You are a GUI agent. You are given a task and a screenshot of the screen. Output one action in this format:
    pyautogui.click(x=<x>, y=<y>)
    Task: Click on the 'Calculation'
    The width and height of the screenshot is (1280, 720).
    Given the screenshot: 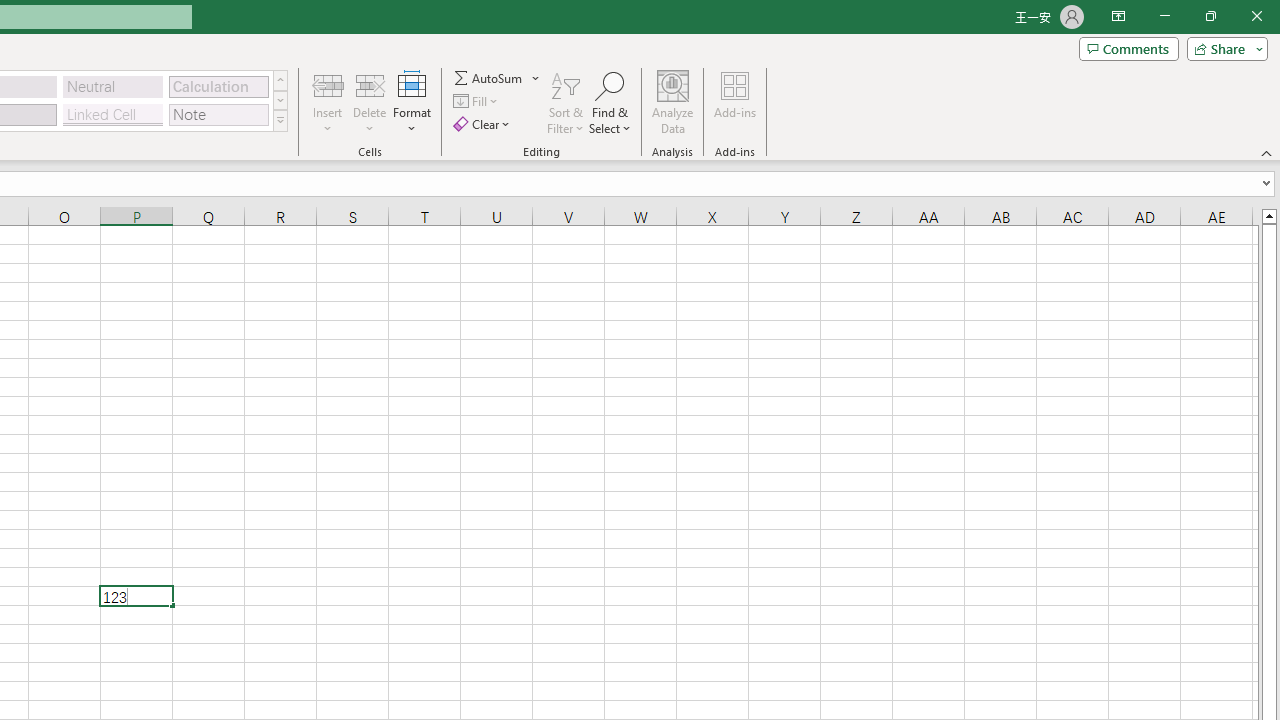 What is the action you would take?
    pyautogui.click(x=218, y=85)
    